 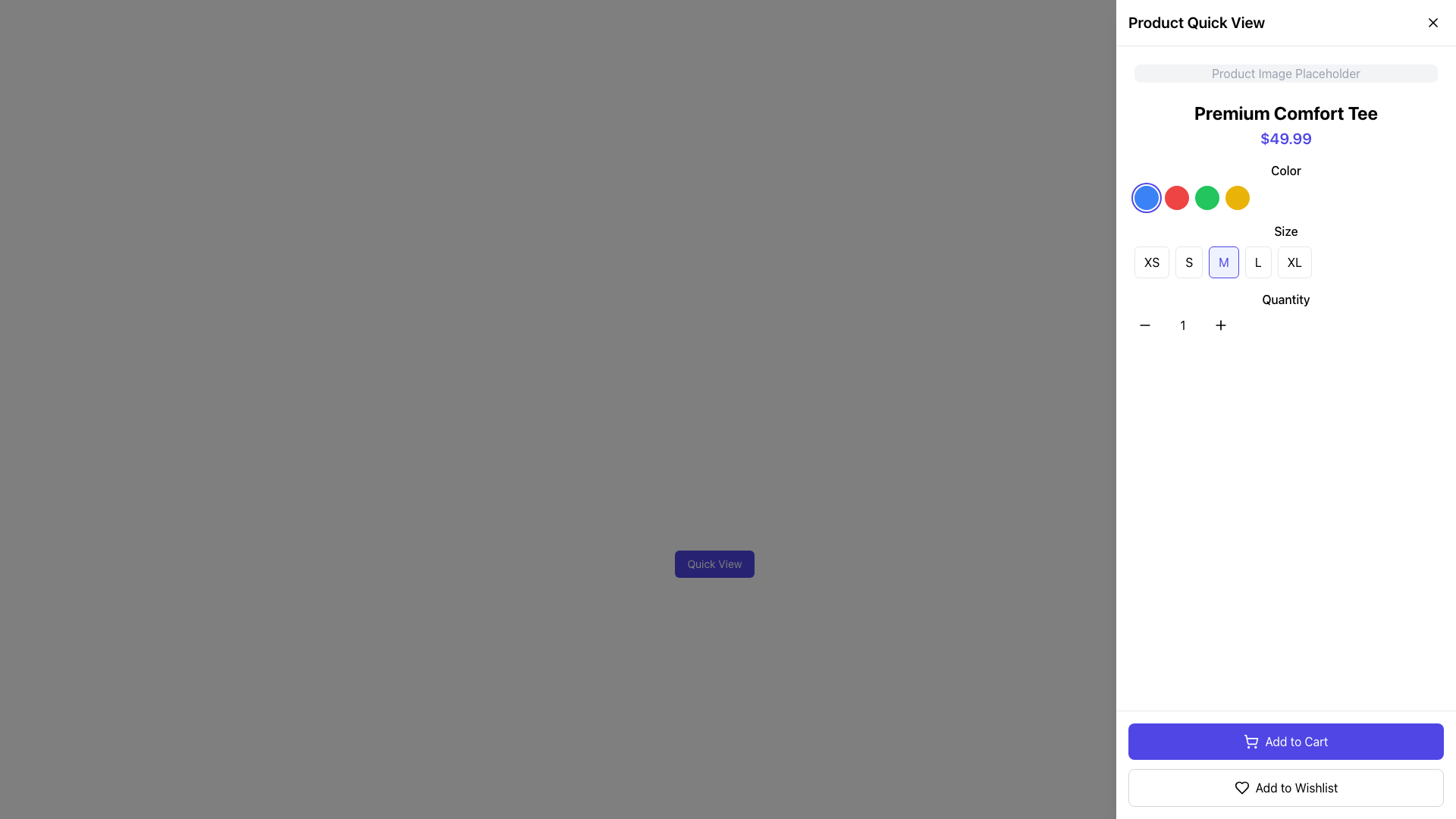 What do you see at coordinates (1175, 197) in the screenshot?
I see `the second circular button for selecting red color, located under the 'Color' text` at bounding box center [1175, 197].